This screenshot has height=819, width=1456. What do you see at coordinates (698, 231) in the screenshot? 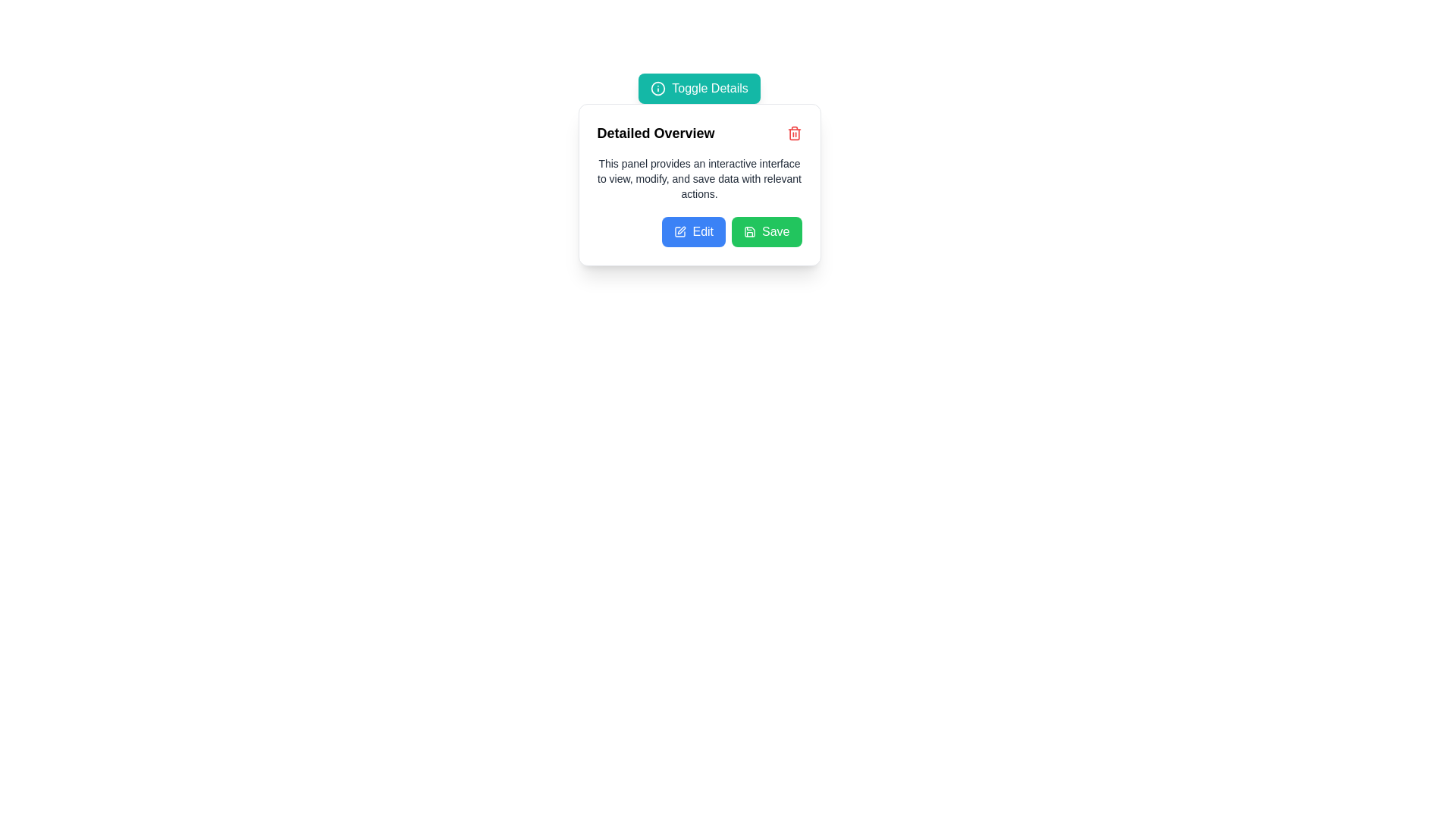
I see `the 'Edit' button located in the bottom right corner of the 'Detailed Overview' panel to enter edit mode` at bounding box center [698, 231].